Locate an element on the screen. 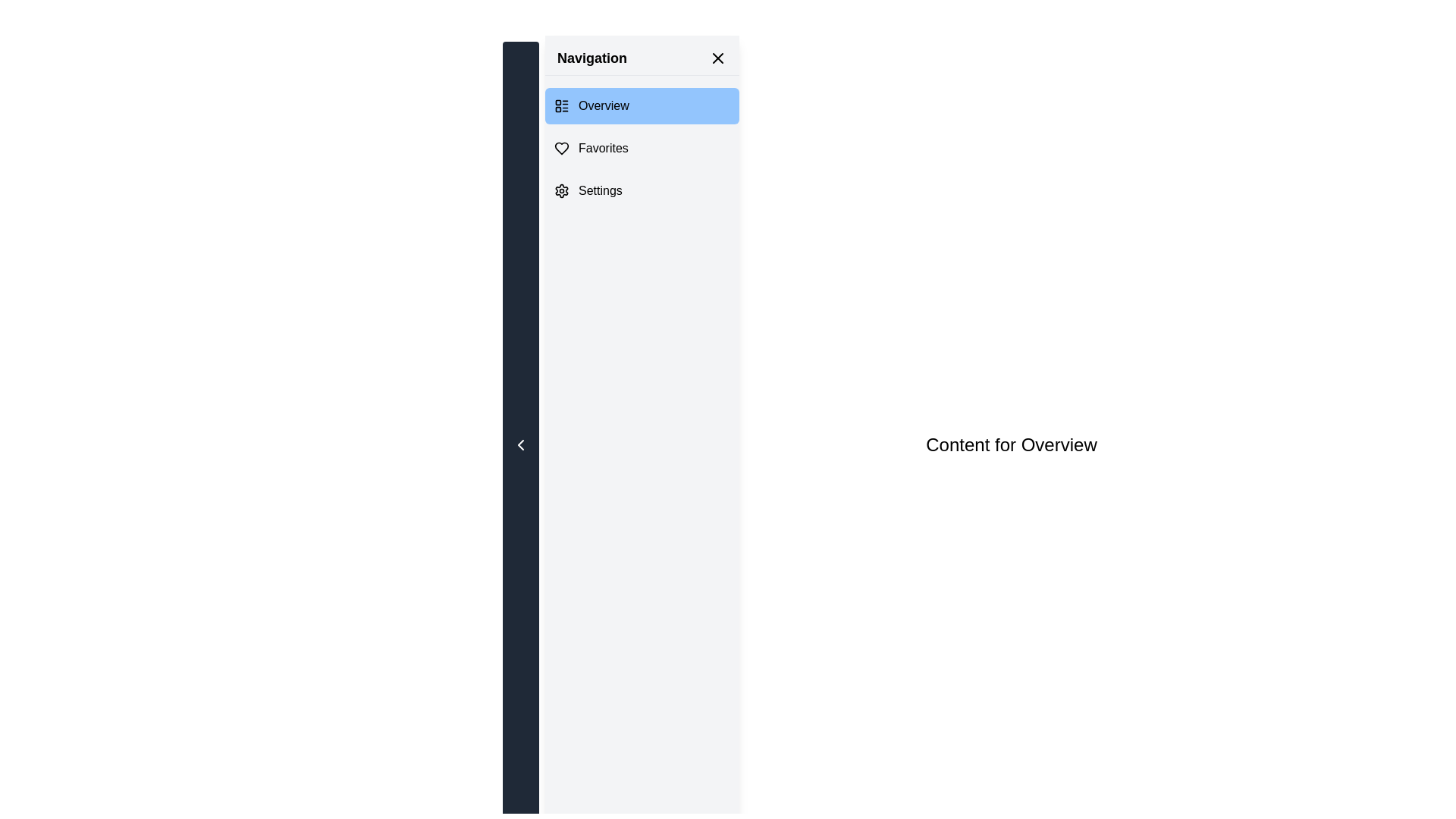 This screenshot has width=1456, height=819. the 'Overview' text label in the navigation pane is located at coordinates (603, 105).